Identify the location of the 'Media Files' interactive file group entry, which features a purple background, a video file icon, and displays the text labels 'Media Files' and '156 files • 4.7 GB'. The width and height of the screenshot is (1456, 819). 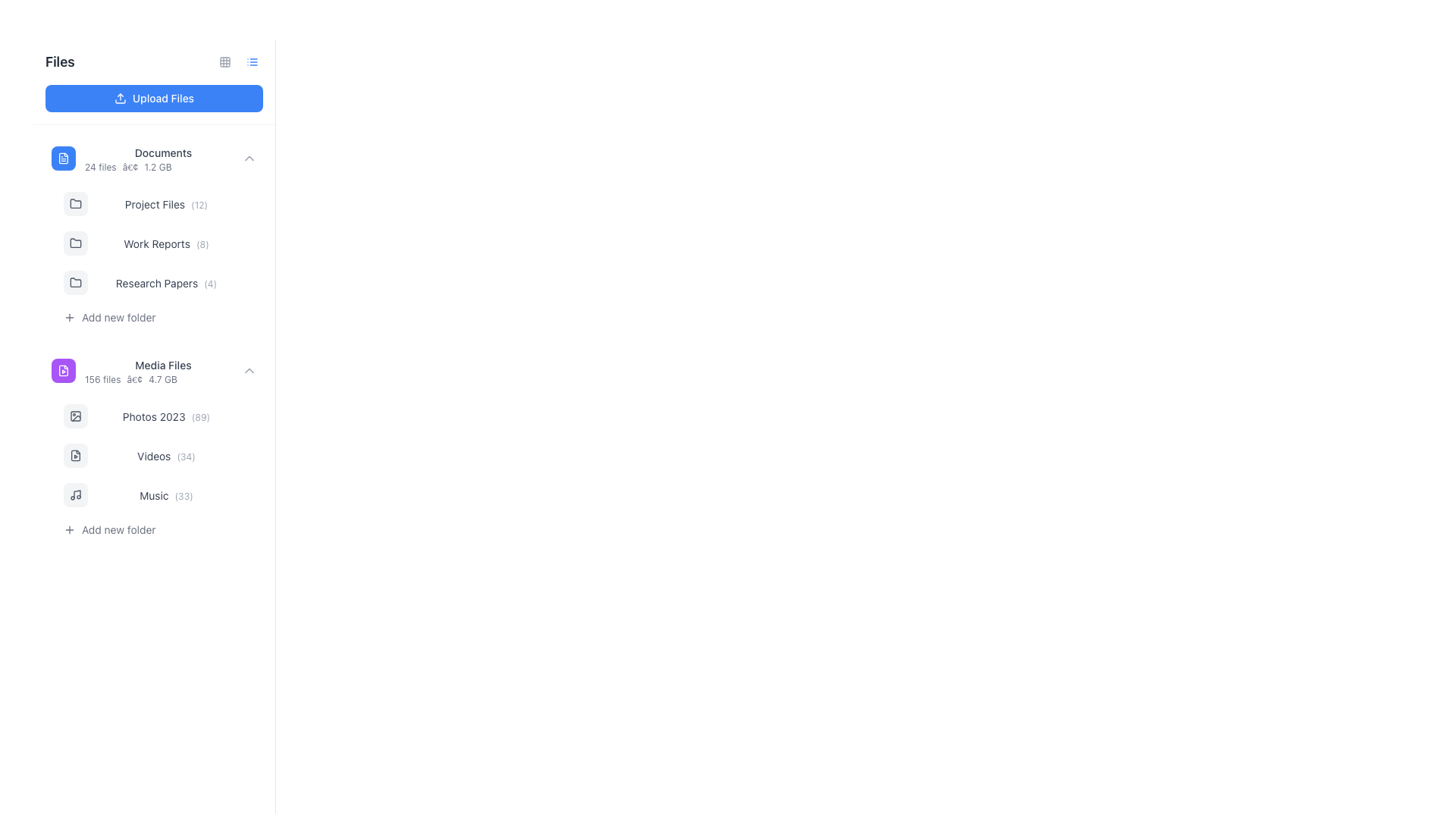
(154, 371).